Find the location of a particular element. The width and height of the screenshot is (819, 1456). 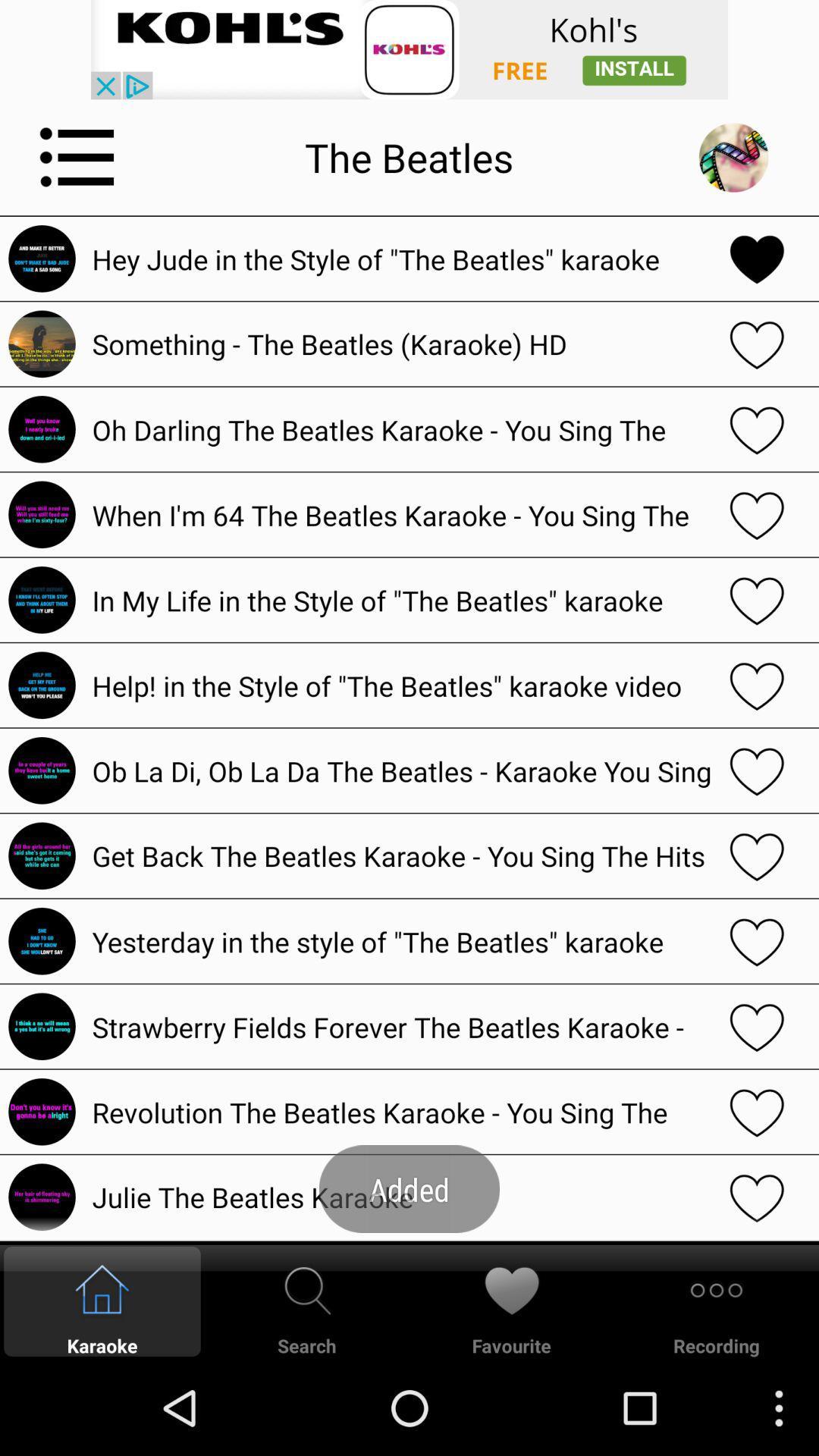

favorite is located at coordinates (757, 259).